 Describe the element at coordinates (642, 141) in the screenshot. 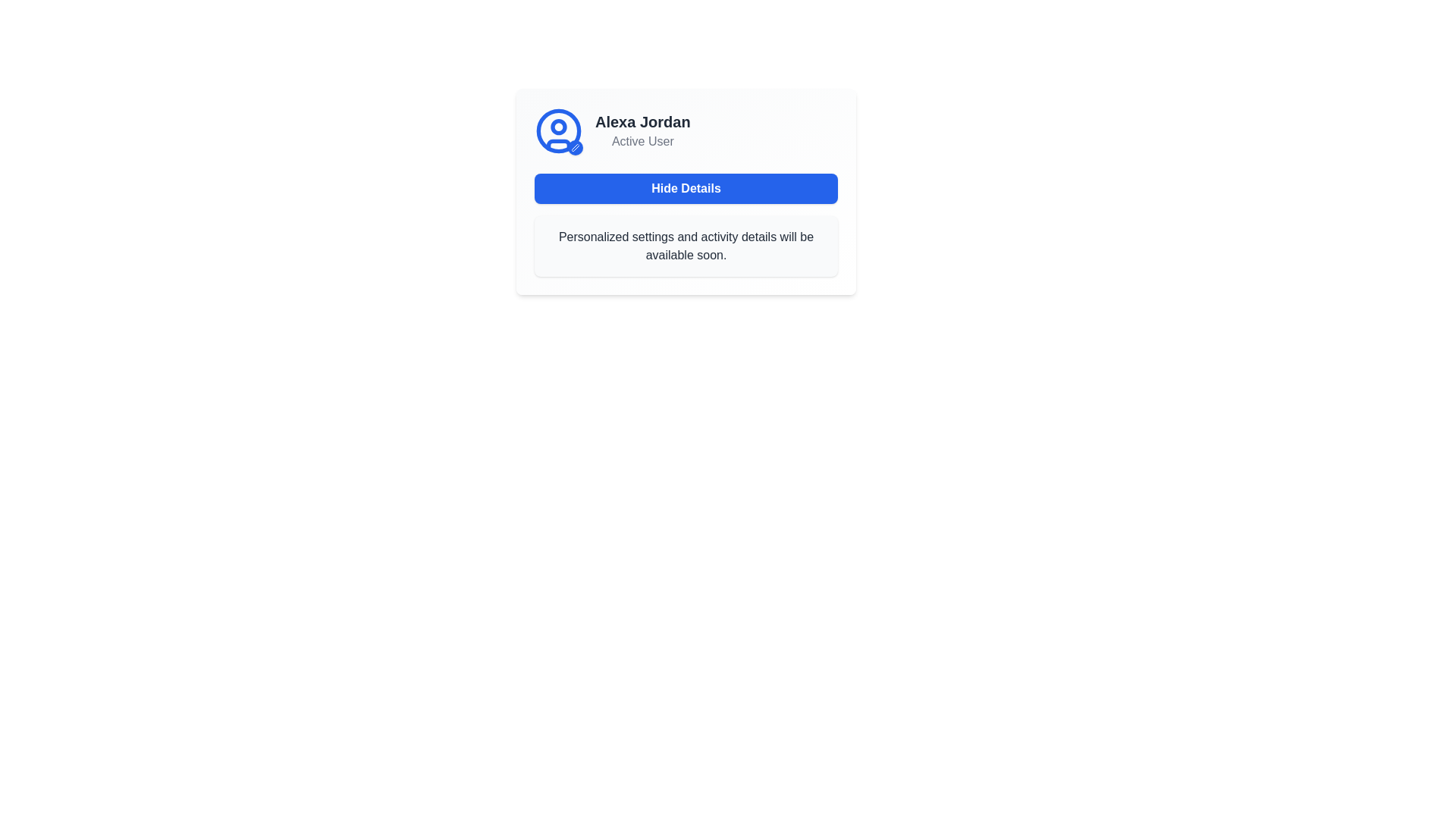

I see `descriptive text label located directly below 'Alexa Jordan' within the profile section` at that location.